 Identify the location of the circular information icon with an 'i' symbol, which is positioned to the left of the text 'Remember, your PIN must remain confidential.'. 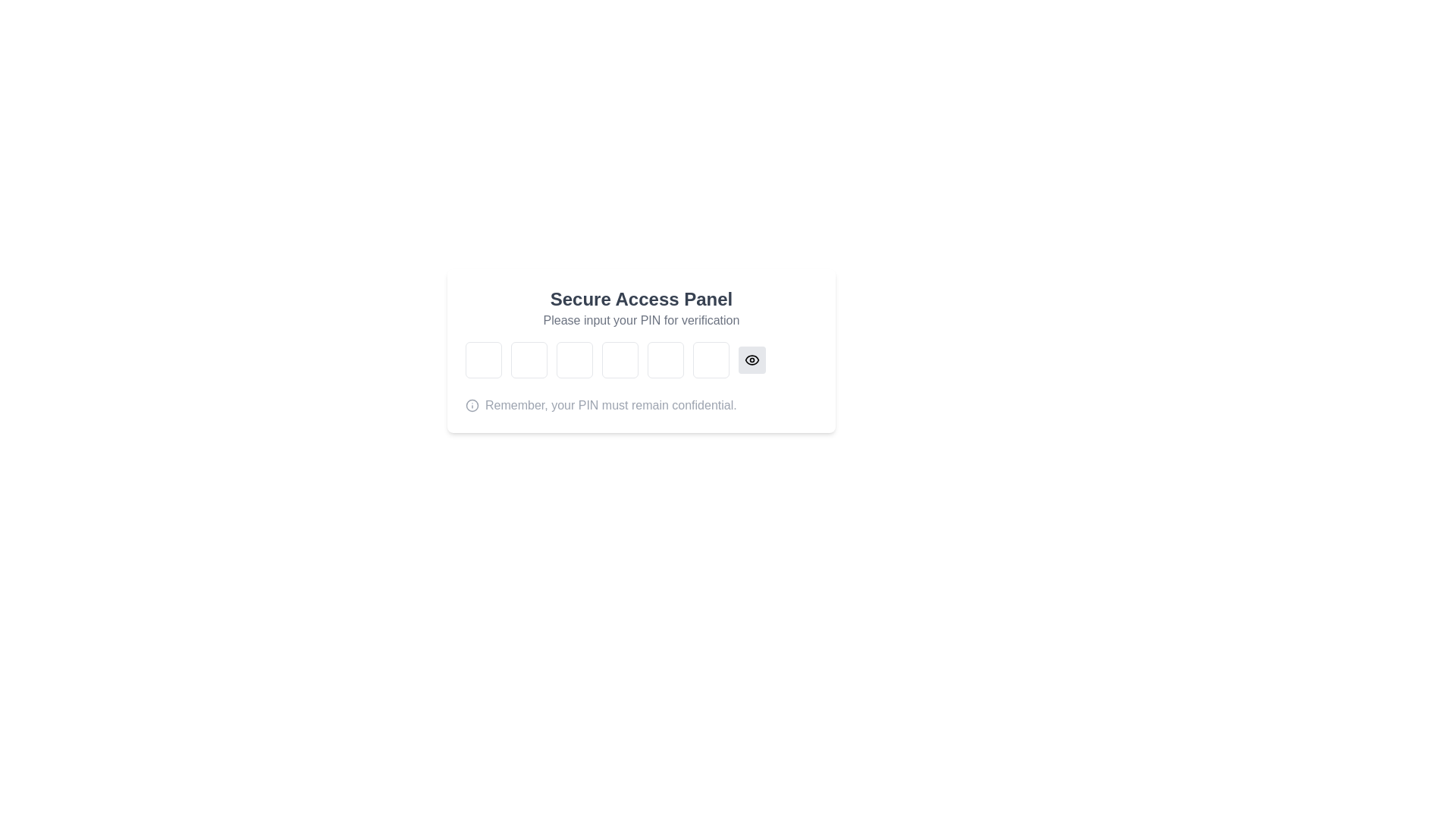
(472, 405).